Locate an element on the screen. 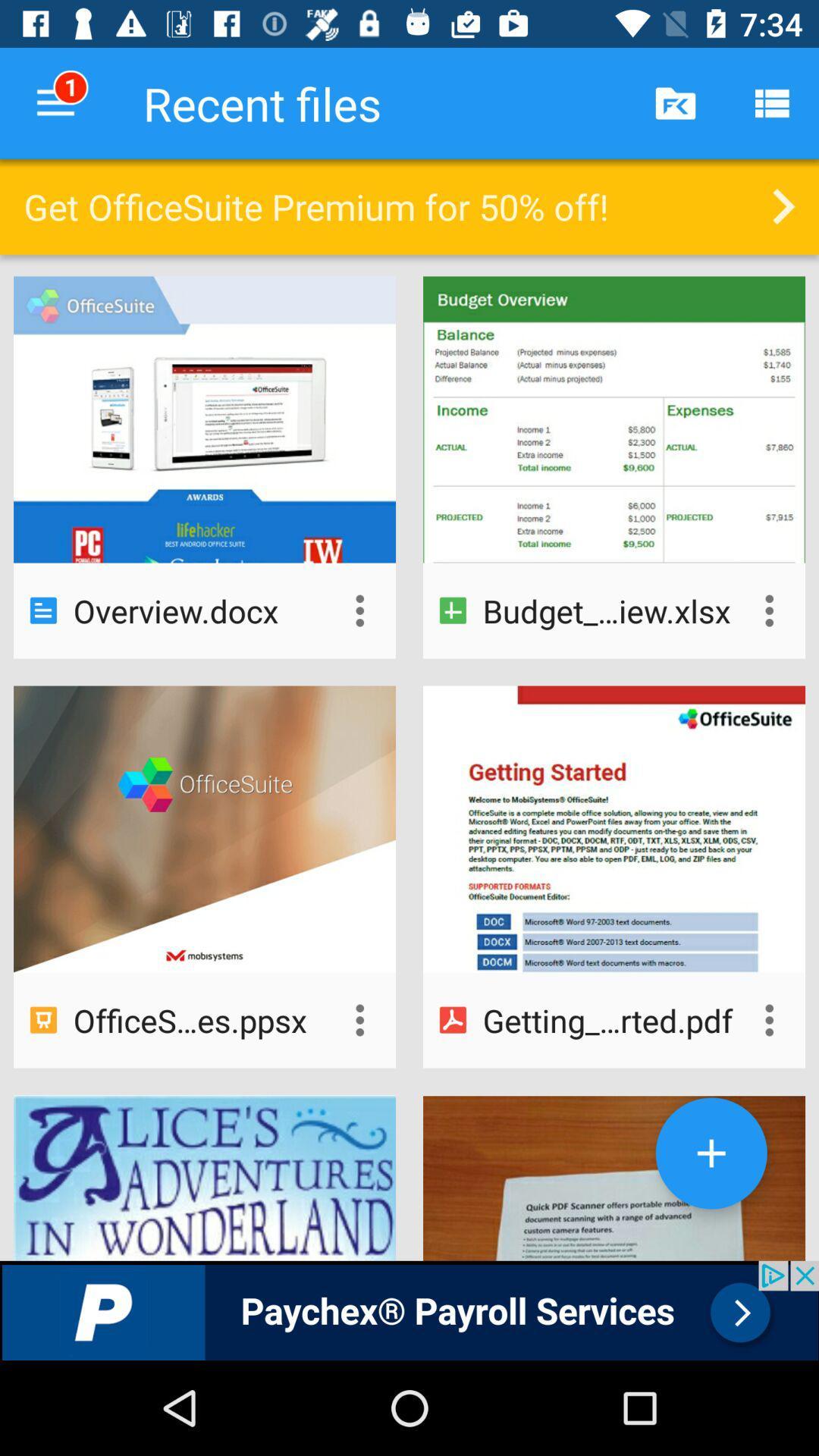 Image resolution: width=819 pixels, height=1456 pixels. more option is located at coordinates (769, 610).